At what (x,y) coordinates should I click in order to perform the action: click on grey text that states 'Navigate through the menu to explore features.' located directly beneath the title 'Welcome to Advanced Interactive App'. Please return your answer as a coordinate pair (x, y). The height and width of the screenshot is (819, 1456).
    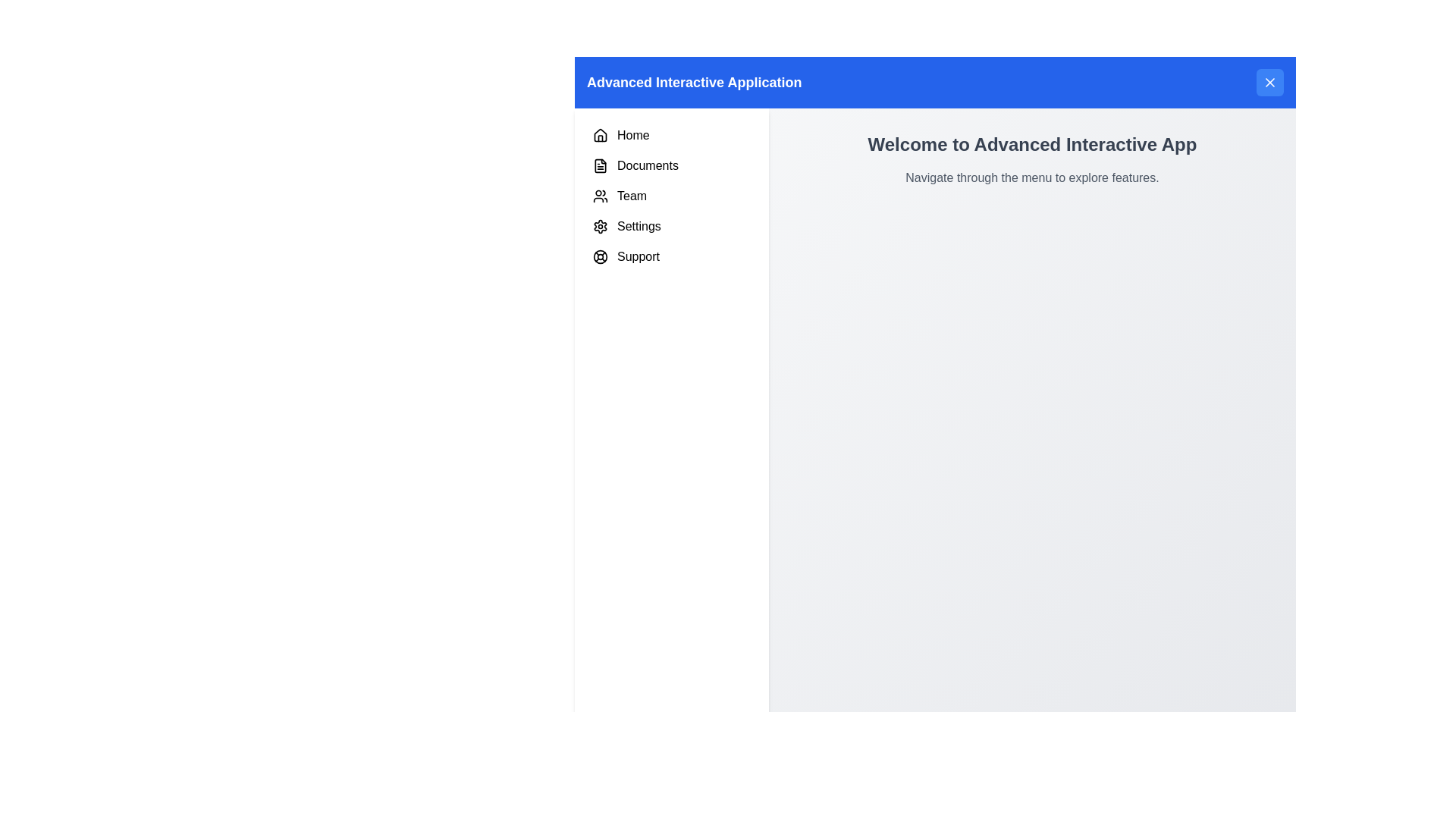
    Looking at the image, I should click on (1031, 177).